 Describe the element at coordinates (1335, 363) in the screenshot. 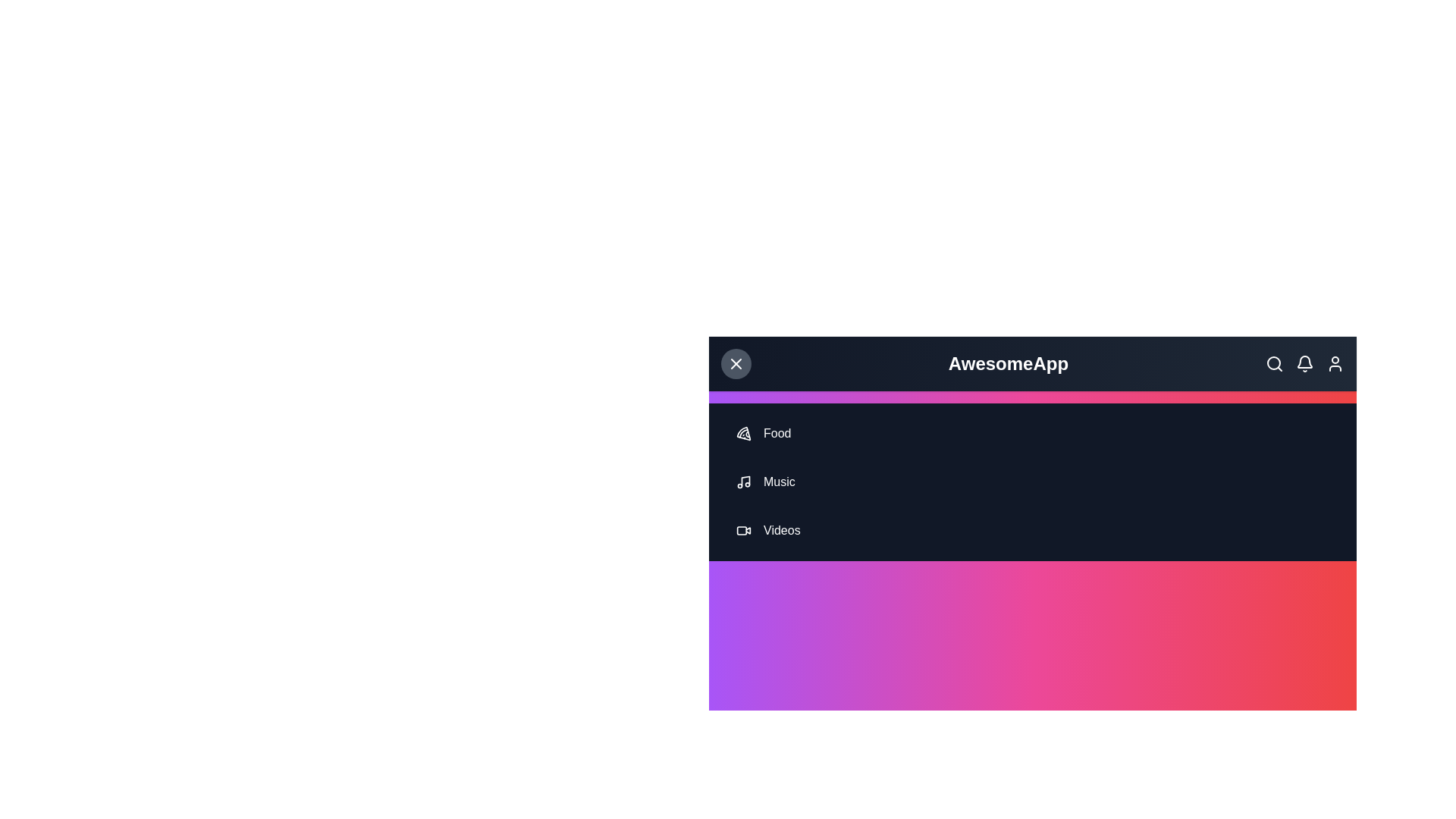

I see `the user profile icon located at the top right corner of the app bar` at that location.